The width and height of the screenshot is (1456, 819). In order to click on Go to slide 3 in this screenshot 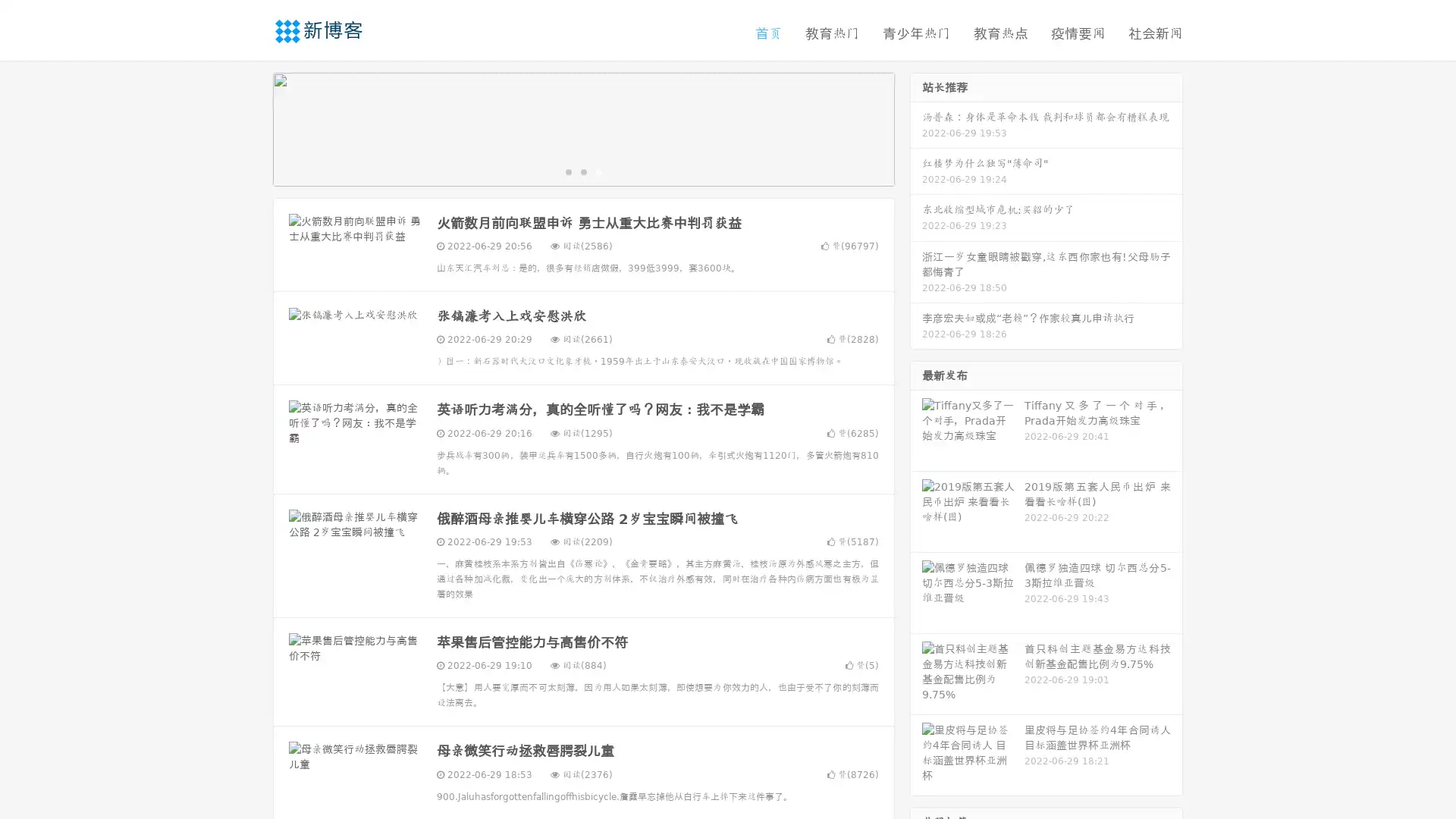, I will do `click(598, 171)`.